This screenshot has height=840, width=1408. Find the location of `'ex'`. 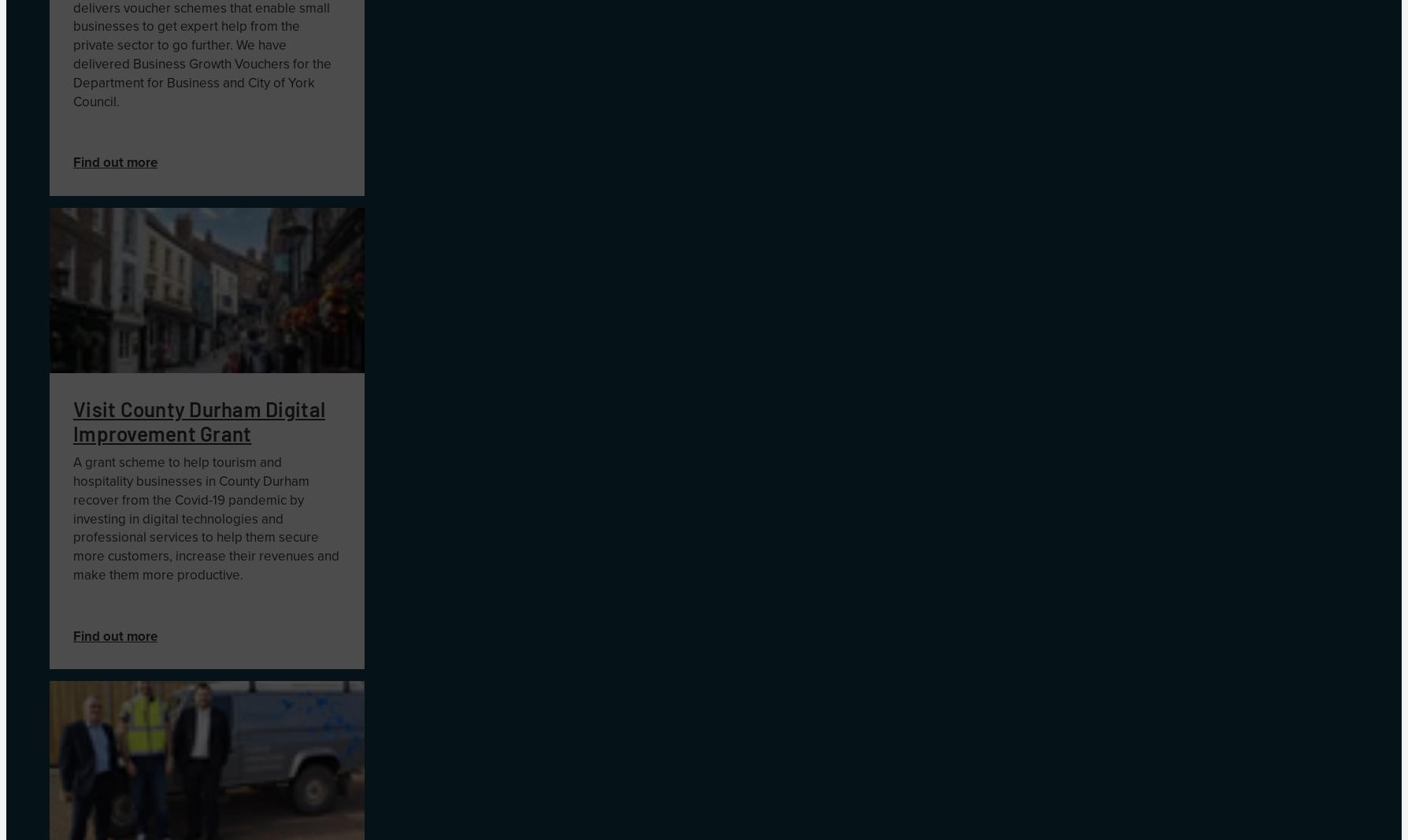

'ex' is located at coordinates (186, 25).